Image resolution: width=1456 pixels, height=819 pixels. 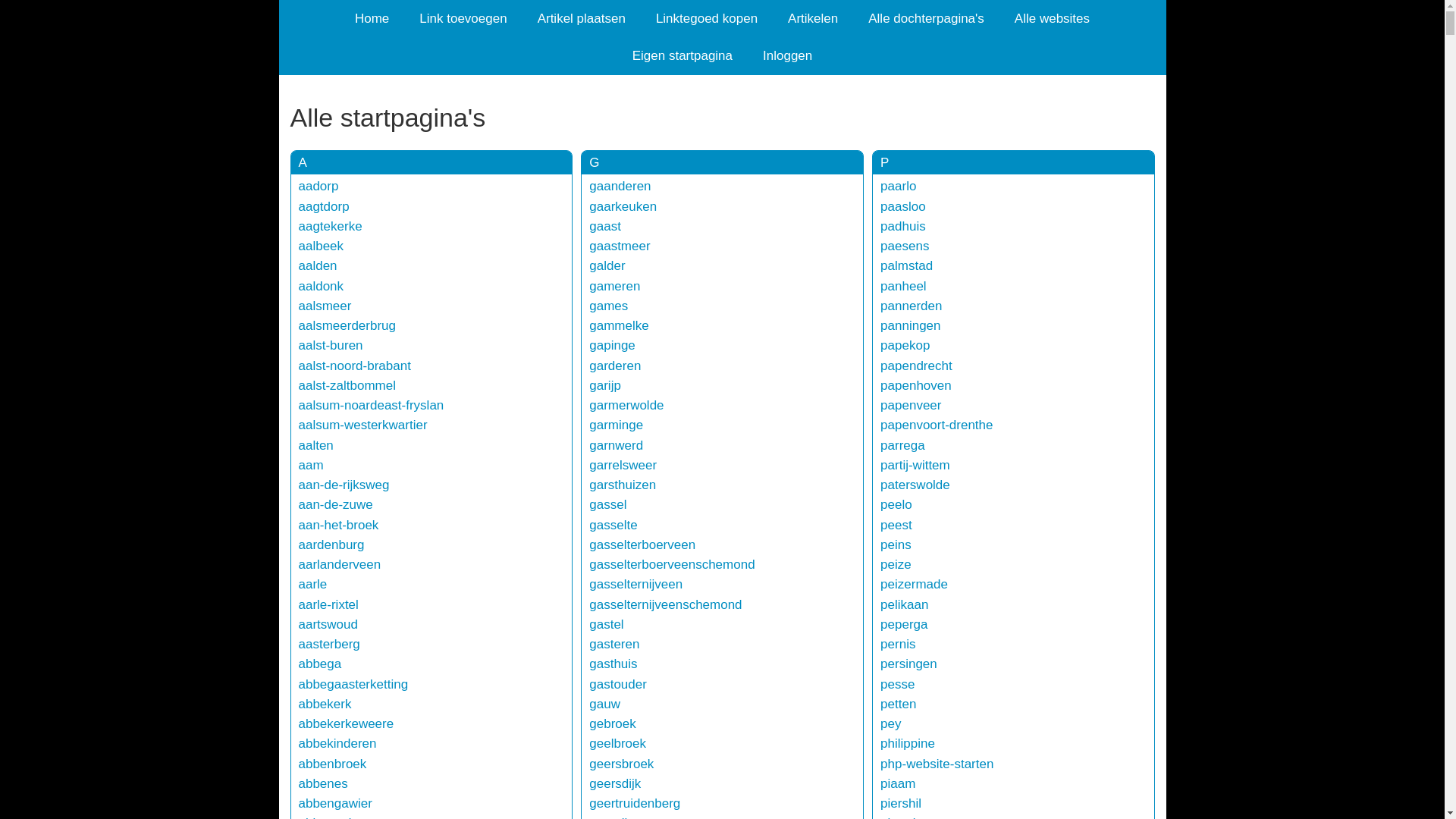 What do you see at coordinates (337, 742) in the screenshot?
I see `'abbekinderen'` at bounding box center [337, 742].